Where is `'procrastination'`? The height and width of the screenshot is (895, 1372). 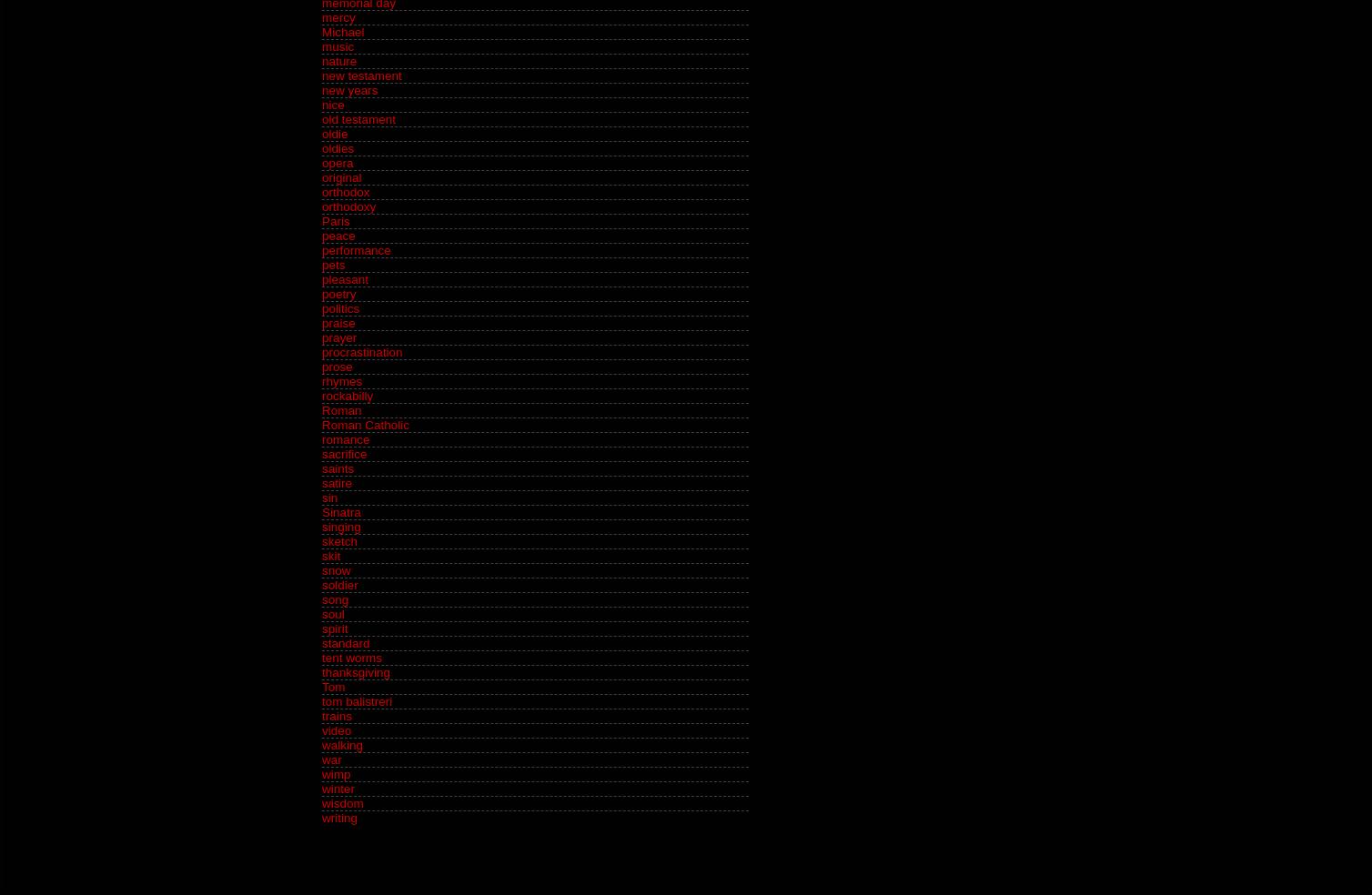
'procrastination' is located at coordinates (361, 352).